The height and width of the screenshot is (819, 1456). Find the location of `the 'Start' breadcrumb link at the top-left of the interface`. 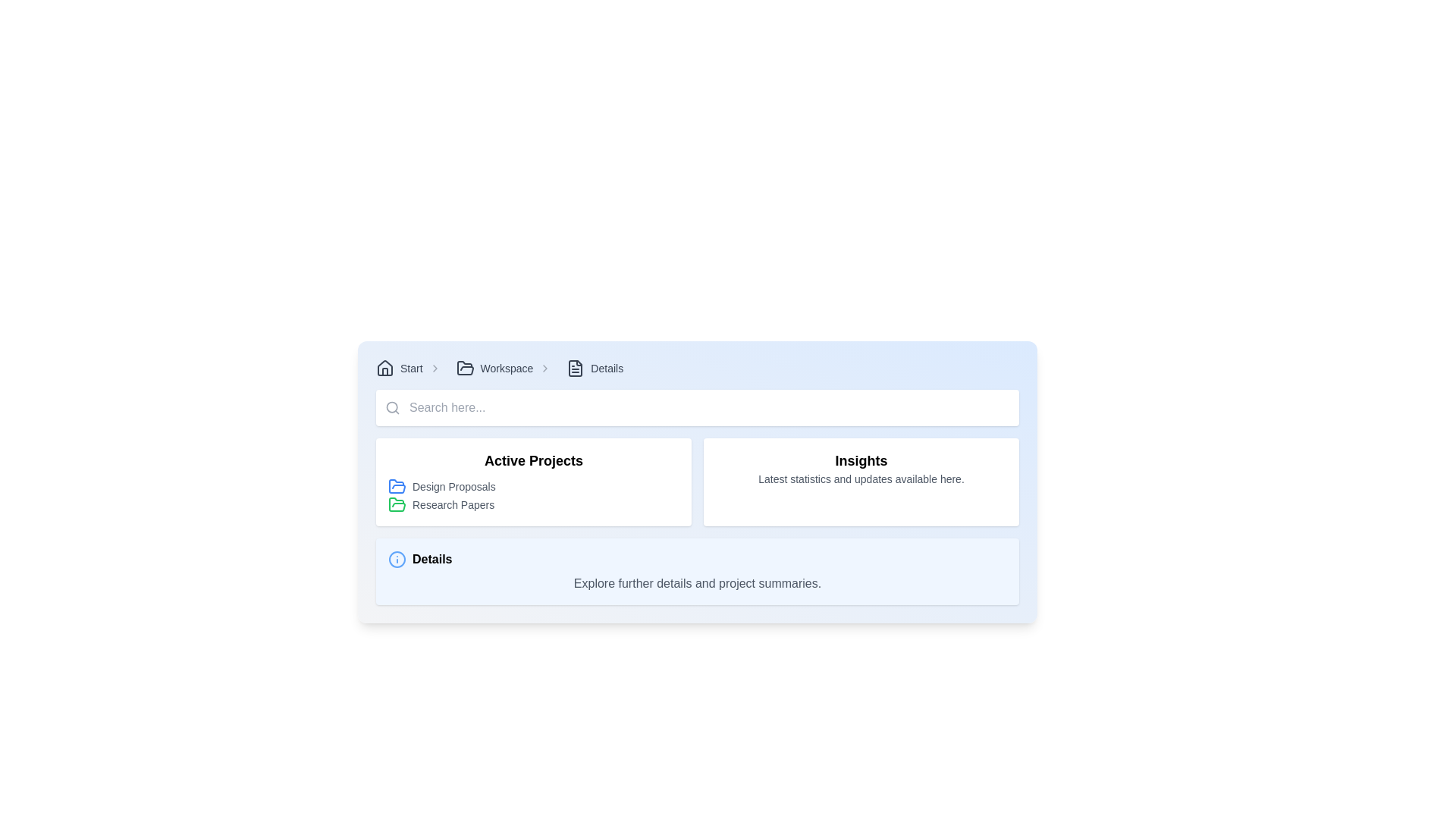

the 'Start' breadcrumb link at the top-left of the interface is located at coordinates (411, 369).